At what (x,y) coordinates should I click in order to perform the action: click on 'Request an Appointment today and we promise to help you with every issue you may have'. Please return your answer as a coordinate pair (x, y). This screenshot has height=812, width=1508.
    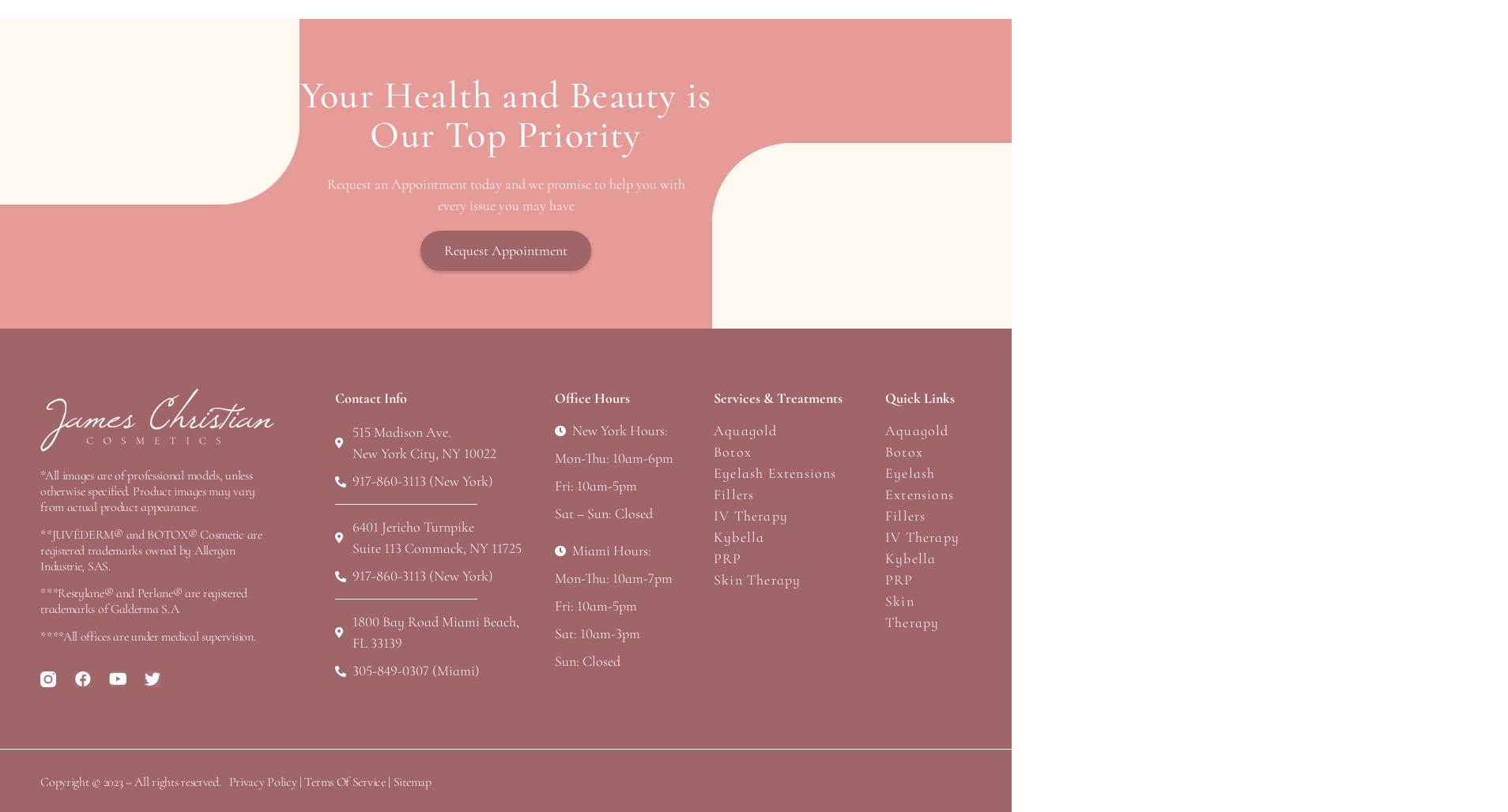
    Looking at the image, I should click on (504, 194).